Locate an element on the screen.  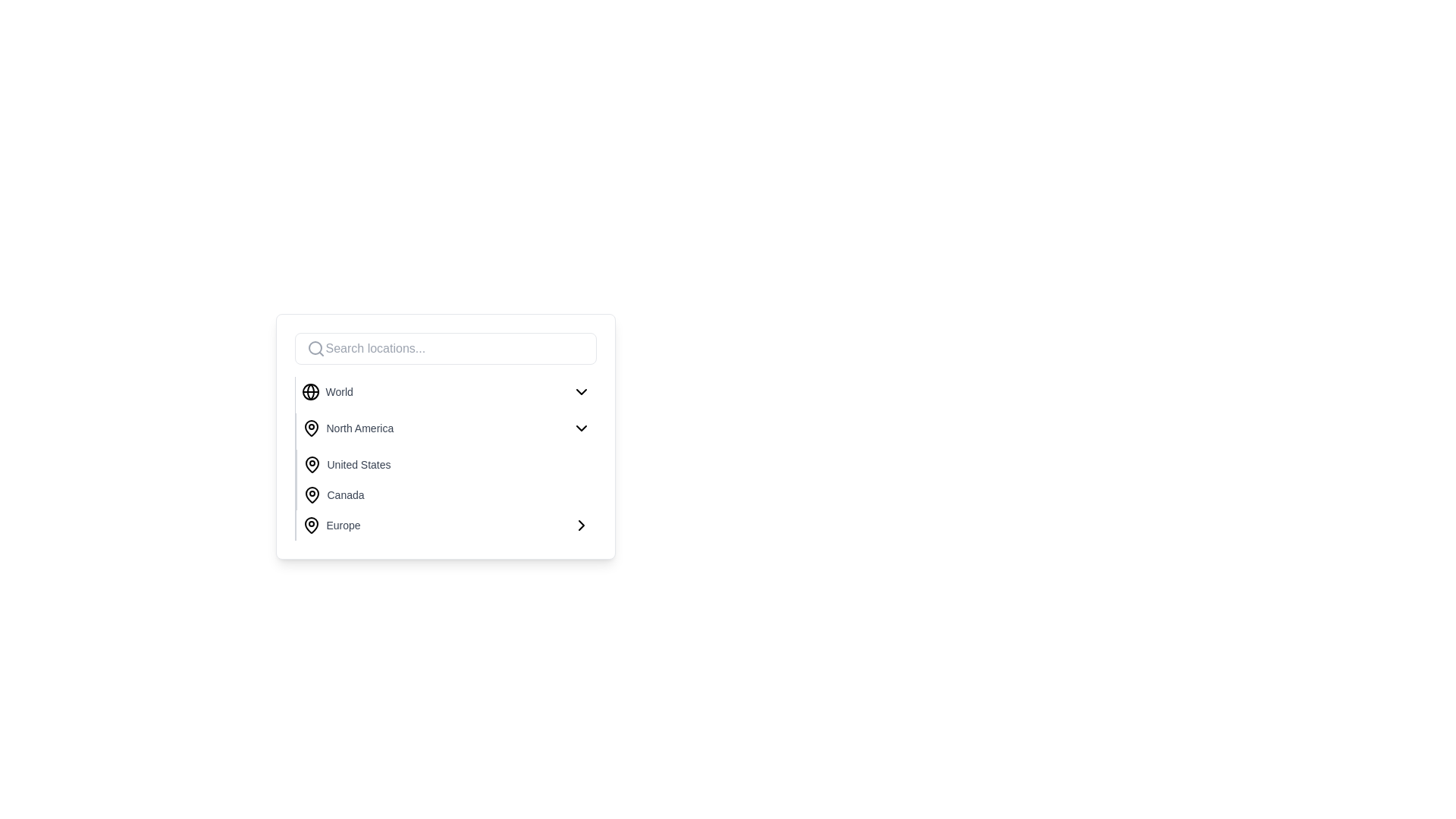
the text label displaying 'North America', which is styled in a medium-weight gray font and is the second item in a vertical list associated with a map pin icon is located at coordinates (359, 428).